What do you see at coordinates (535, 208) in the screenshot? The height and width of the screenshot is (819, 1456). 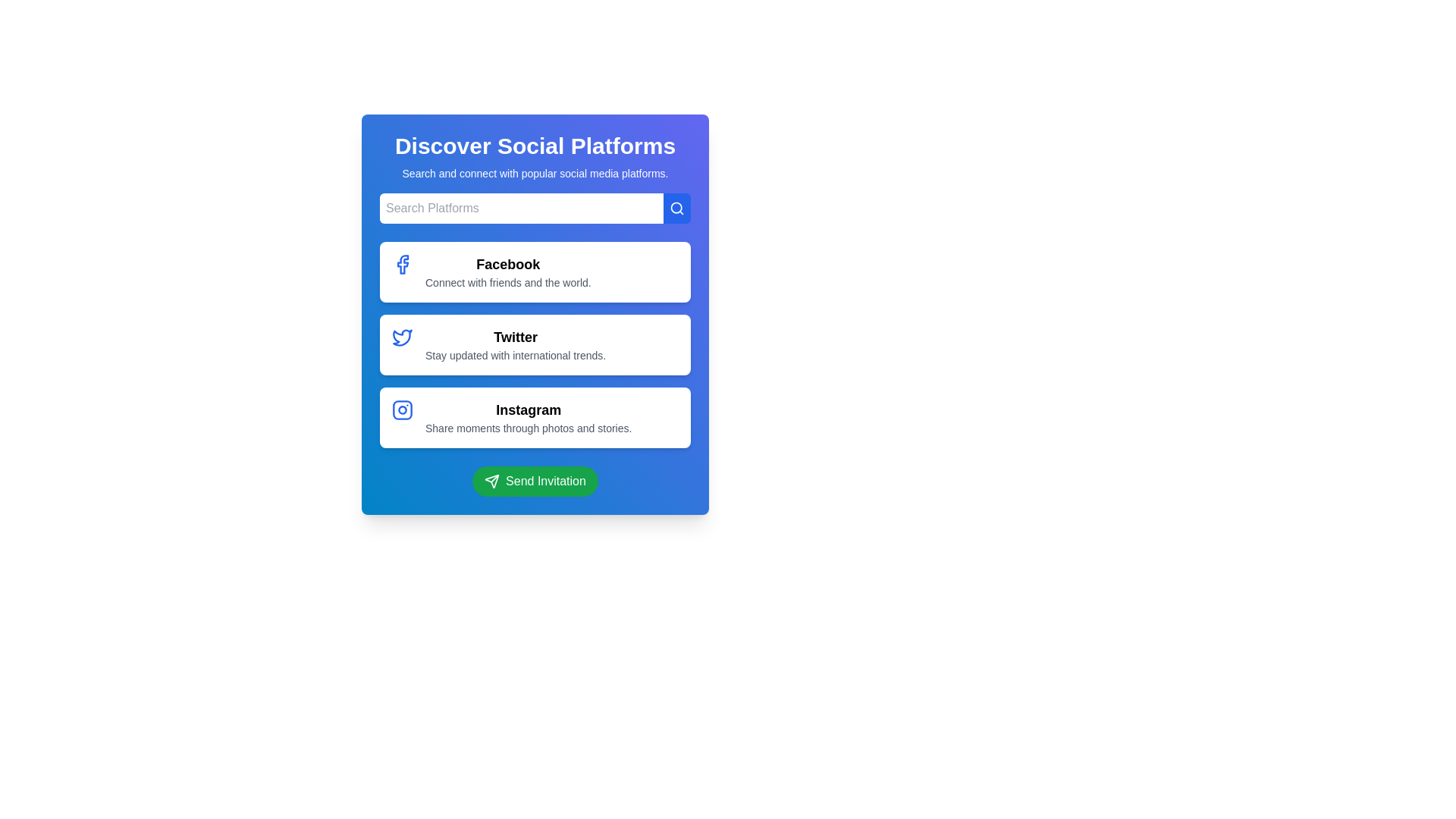 I see `the input field of the Search Bar located below the title 'Discover Social Platforms' and the subtitle 'Search and connect with popular social media platforms.'` at bounding box center [535, 208].